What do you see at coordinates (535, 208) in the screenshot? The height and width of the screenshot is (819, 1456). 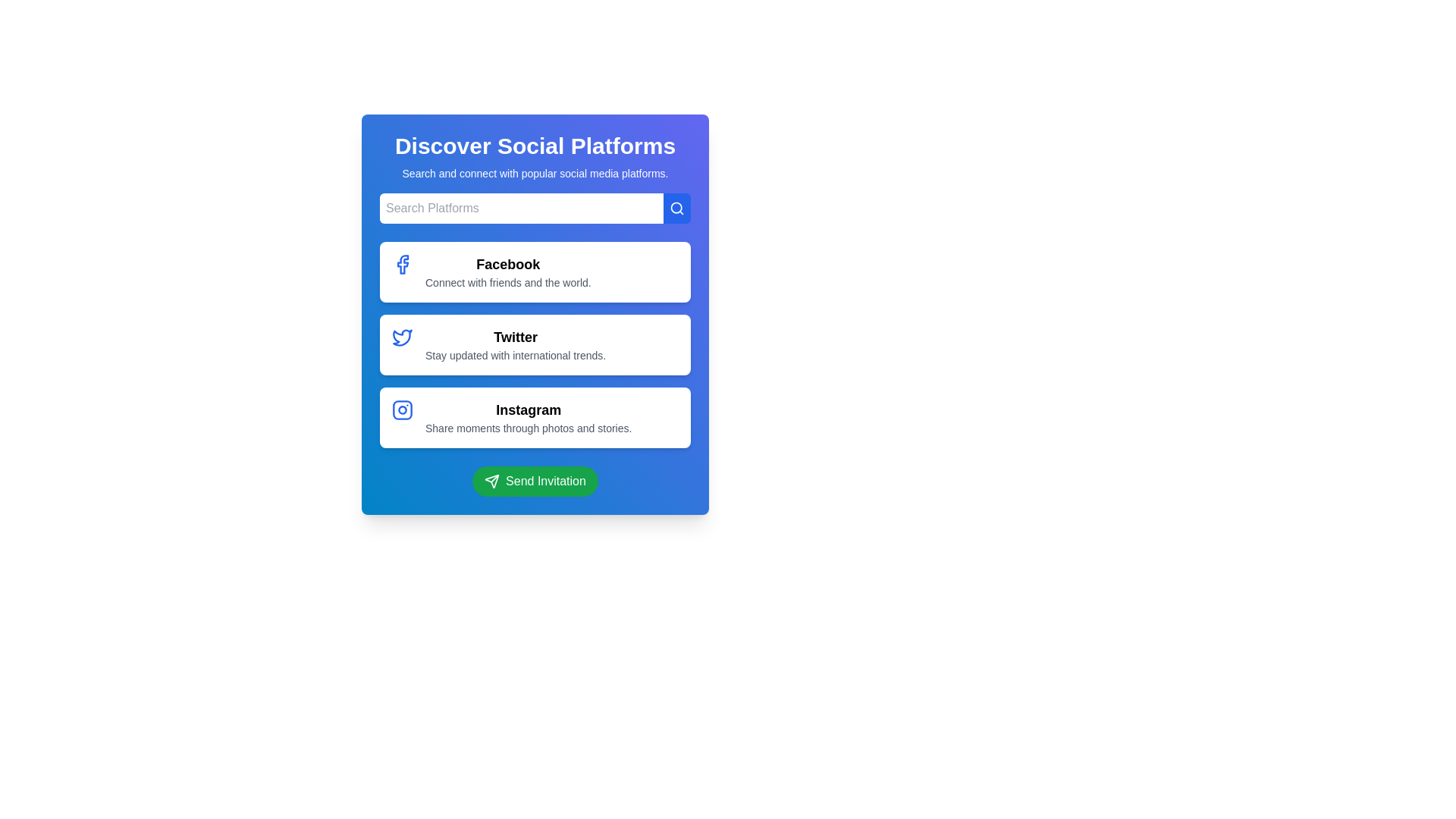 I see `the input field of the Search Bar located below the title 'Discover Social Platforms' and the subtitle 'Search and connect with popular social media platforms.'` at bounding box center [535, 208].